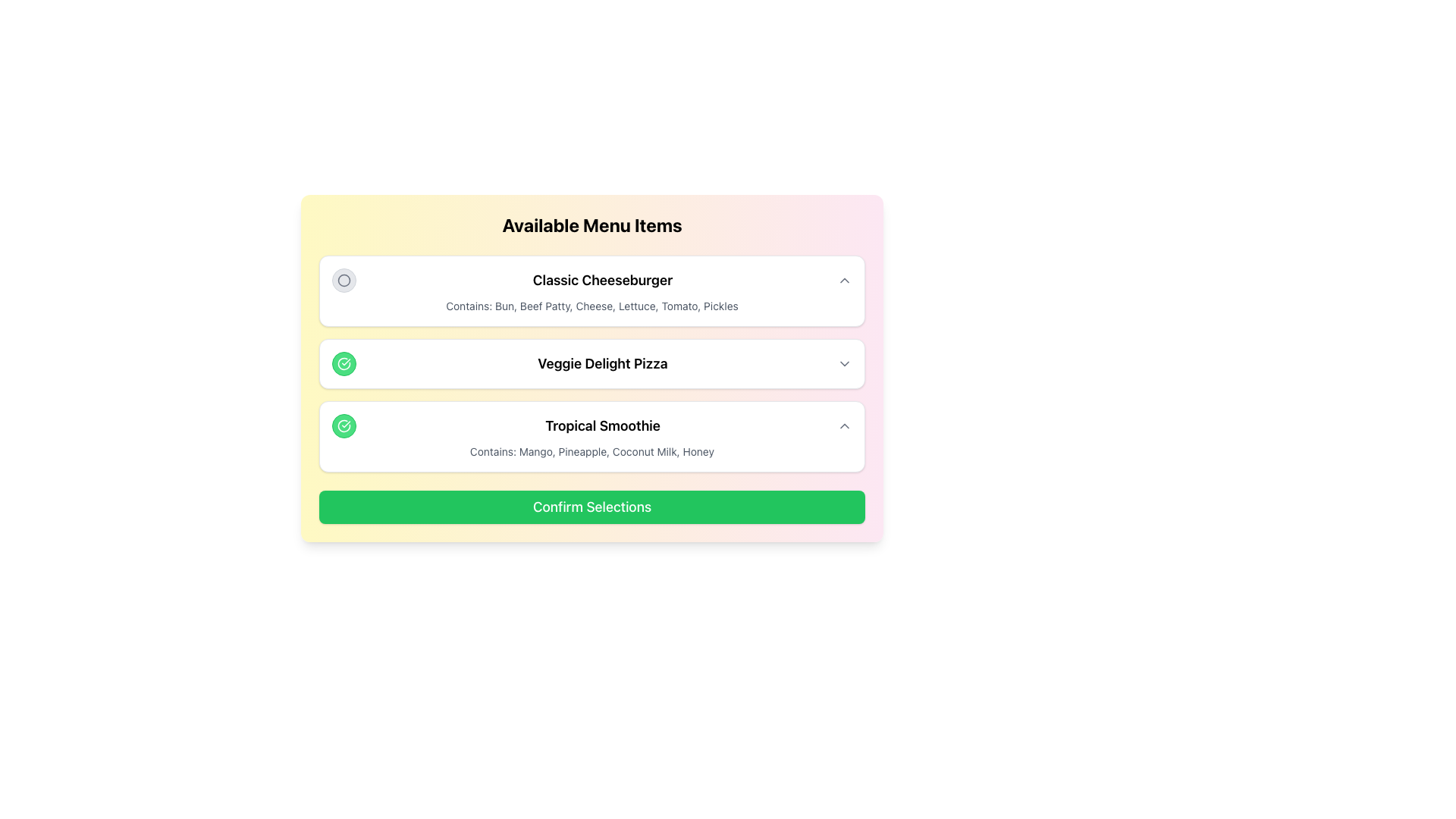 The image size is (1456, 819). What do you see at coordinates (344, 426) in the screenshot?
I see `the Icon Button located to the left of the 'Tropical Smoothie' text` at bounding box center [344, 426].